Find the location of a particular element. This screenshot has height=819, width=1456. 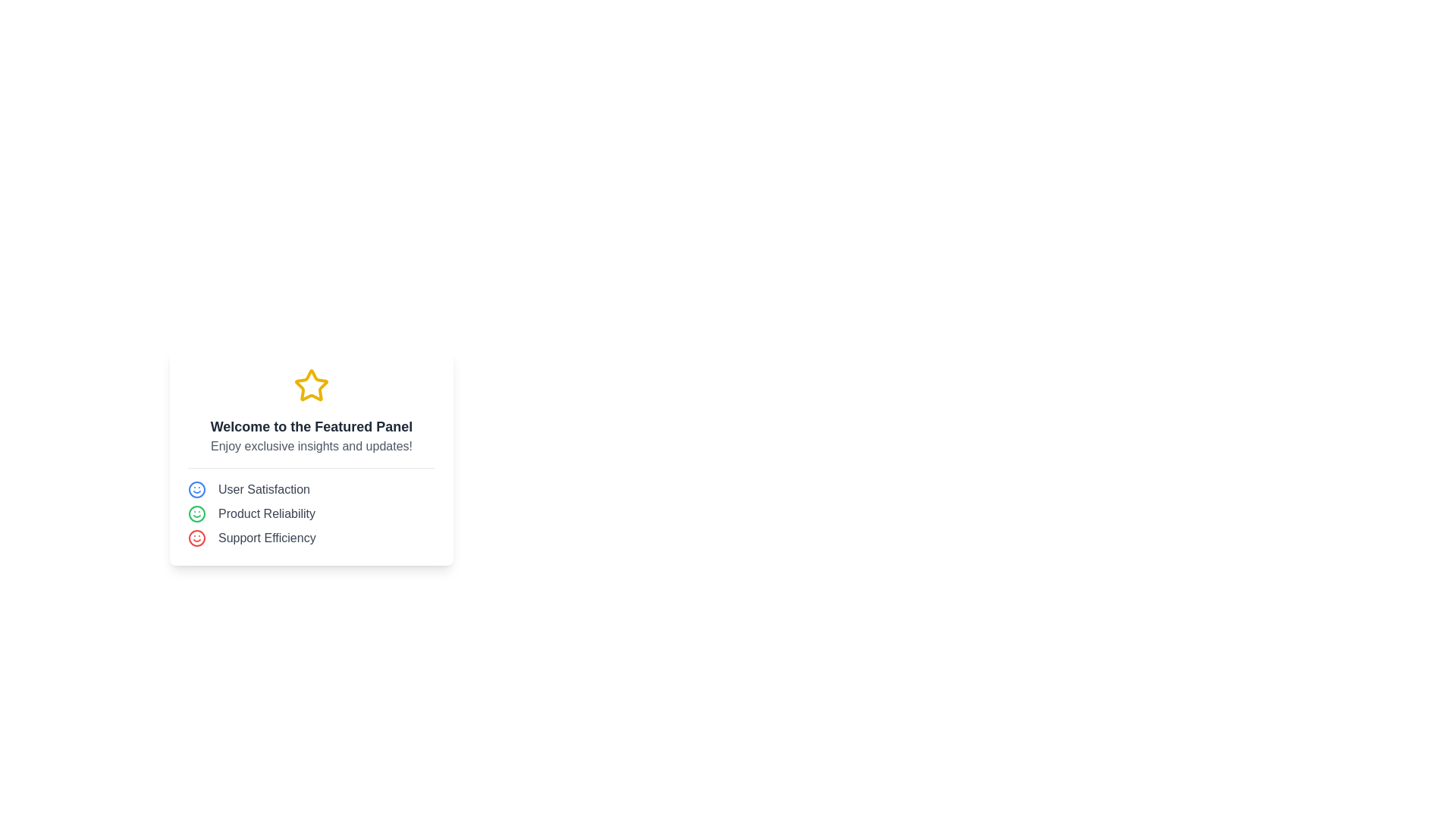

the SVG Circle with a blue outline and no fill color, which is centrally positioned within the smiley face icon group is located at coordinates (196, 489).